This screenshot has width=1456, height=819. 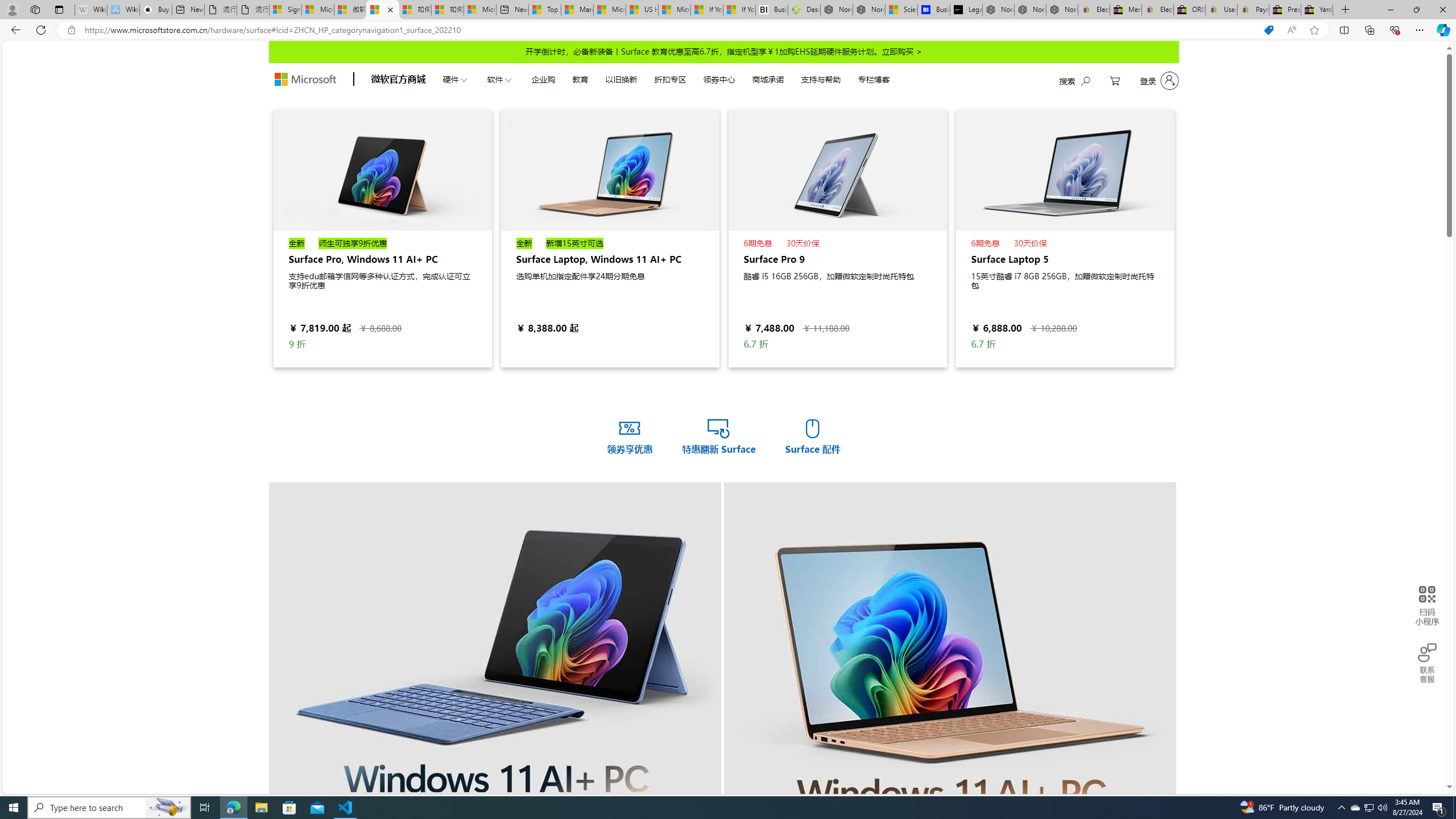 I want to click on 'Add this page to favorites (Ctrl+D)', so click(x=1314, y=30).